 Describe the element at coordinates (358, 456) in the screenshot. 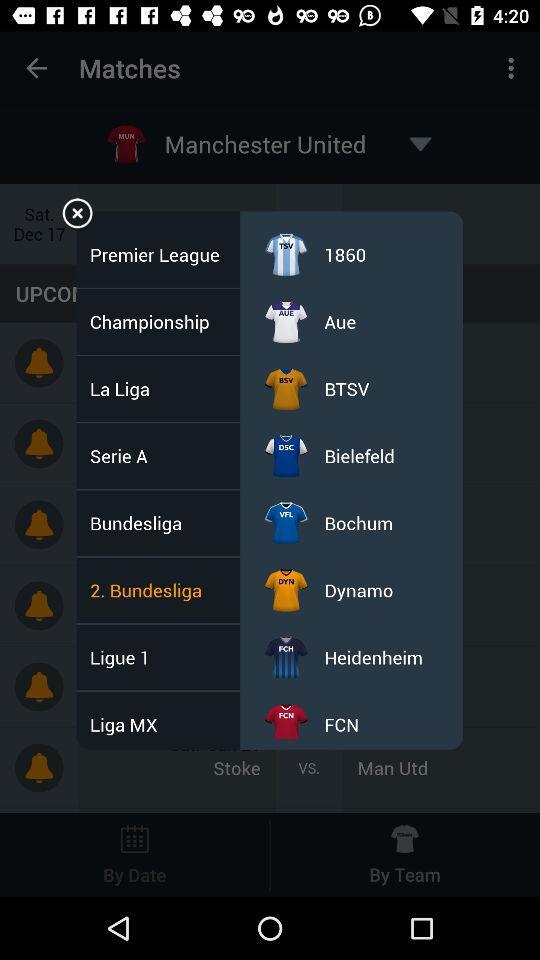

I see `the item above the bochum` at that location.